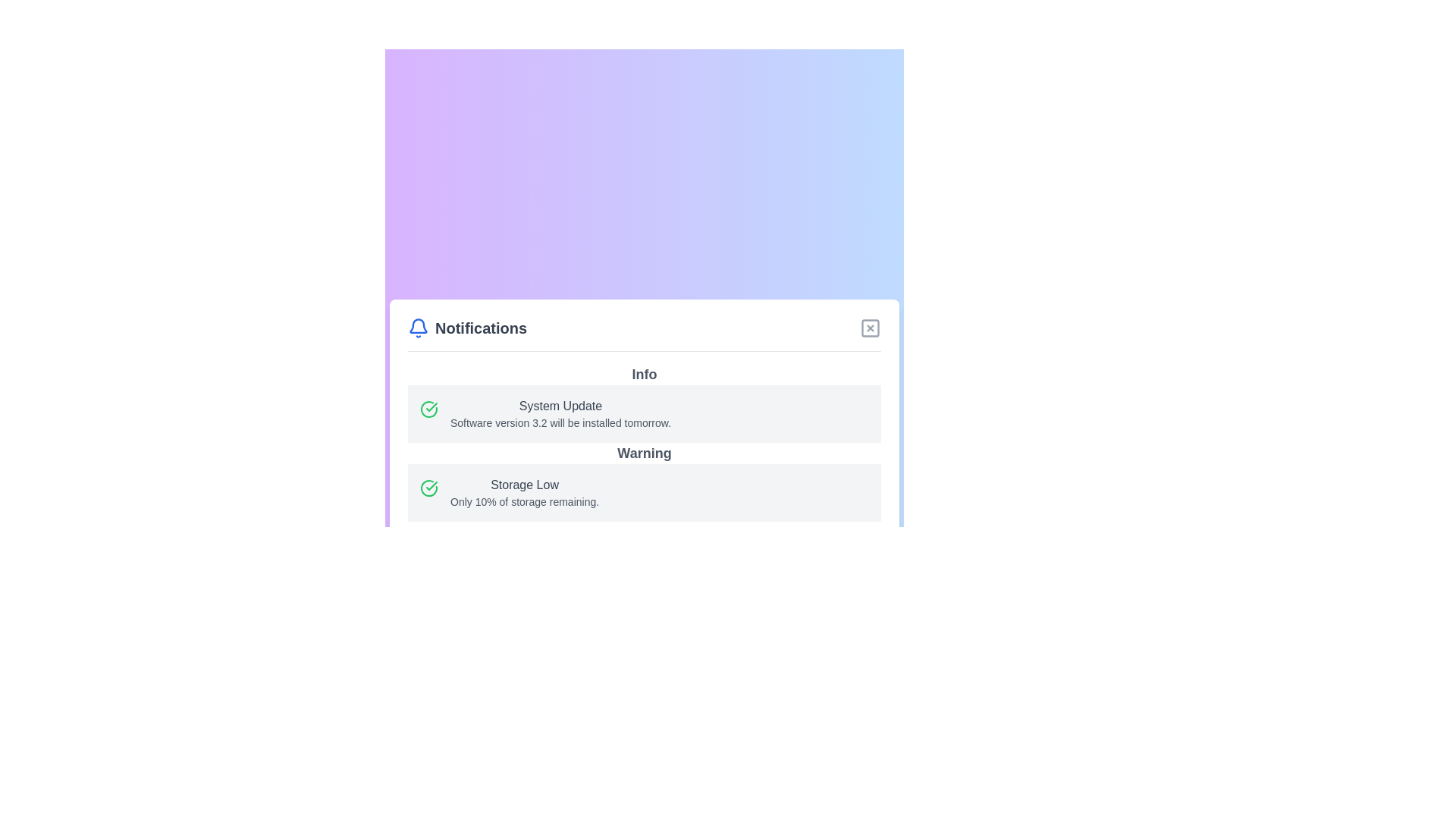 This screenshot has width=1456, height=819. Describe the element at coordinates (524, 492) in the screenshot. I see `the warning message indicating low storage, which reads 'Storage Low' in bold gray text and 'Only 10% of storage remaining' in smaller light gray text` at that location.